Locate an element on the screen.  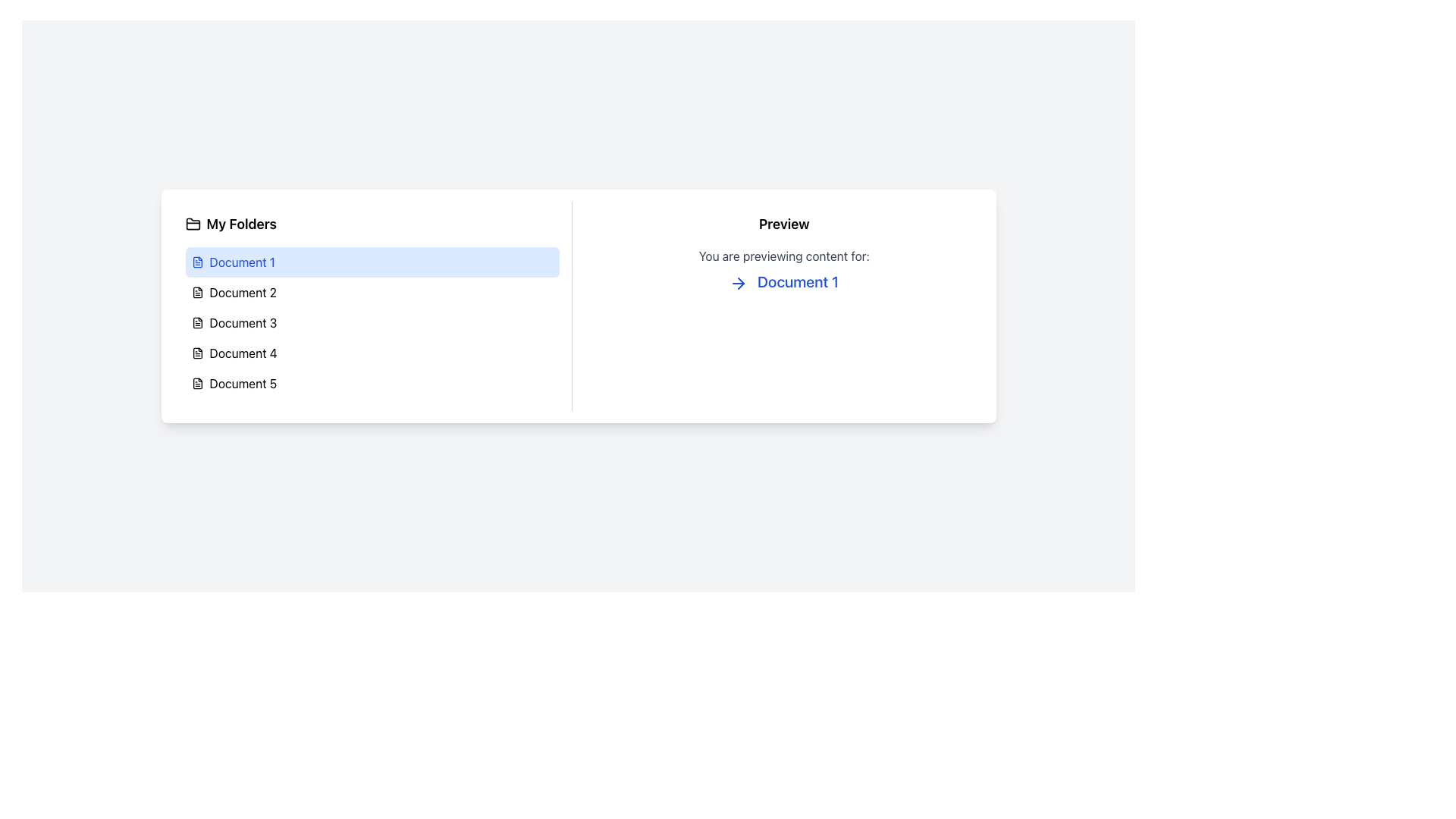
the bold, large-sized text reading 'Preview', which is positioned at the top-center of its section and serves as the heading for associated content is located at coordinates (784, 224).